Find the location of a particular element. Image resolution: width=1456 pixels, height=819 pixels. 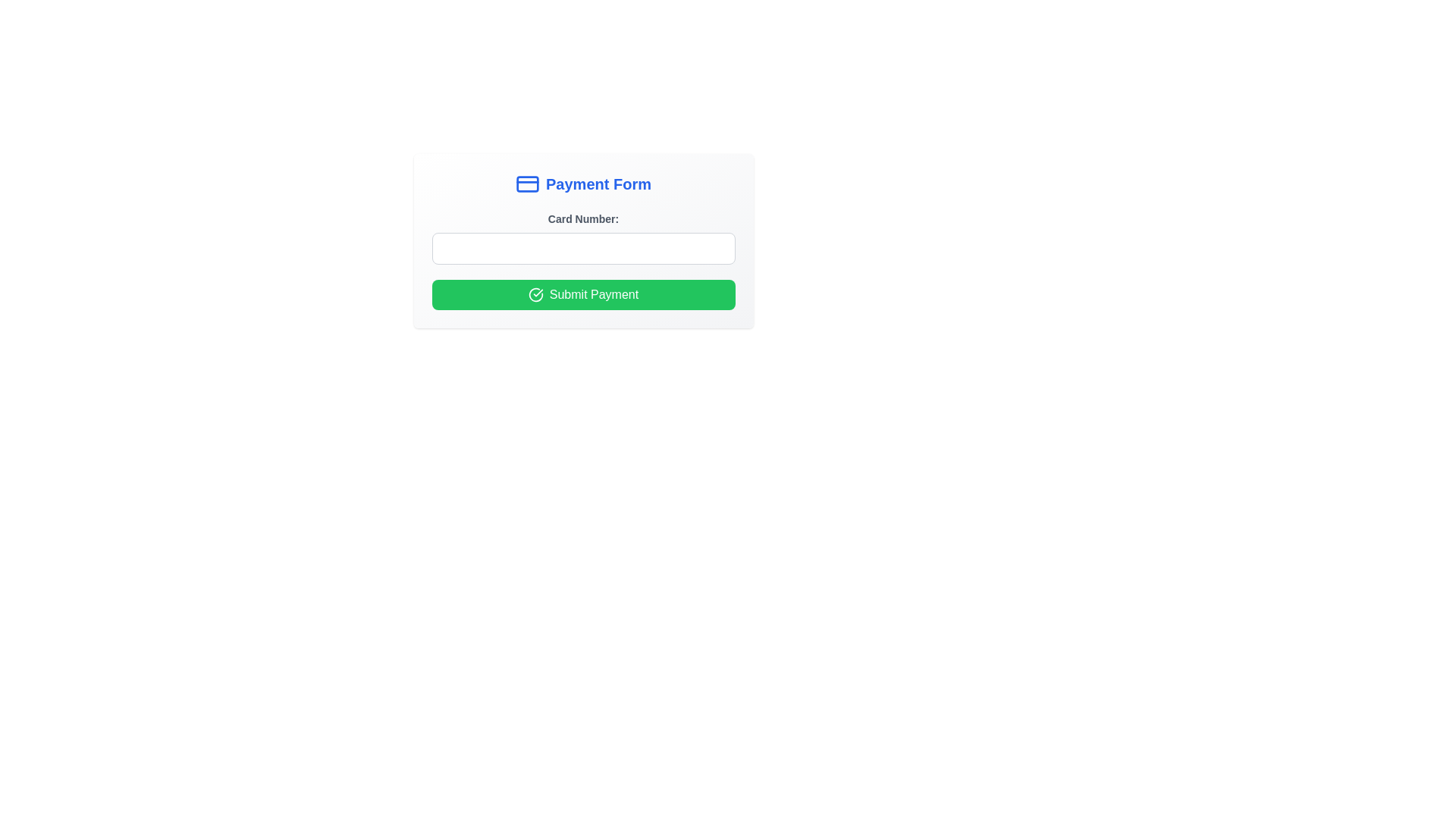

rectangular graphic element with rounded corners located at the top side of the credit card icon in the 'Payment Form' section is located at coordinates (528, 184).